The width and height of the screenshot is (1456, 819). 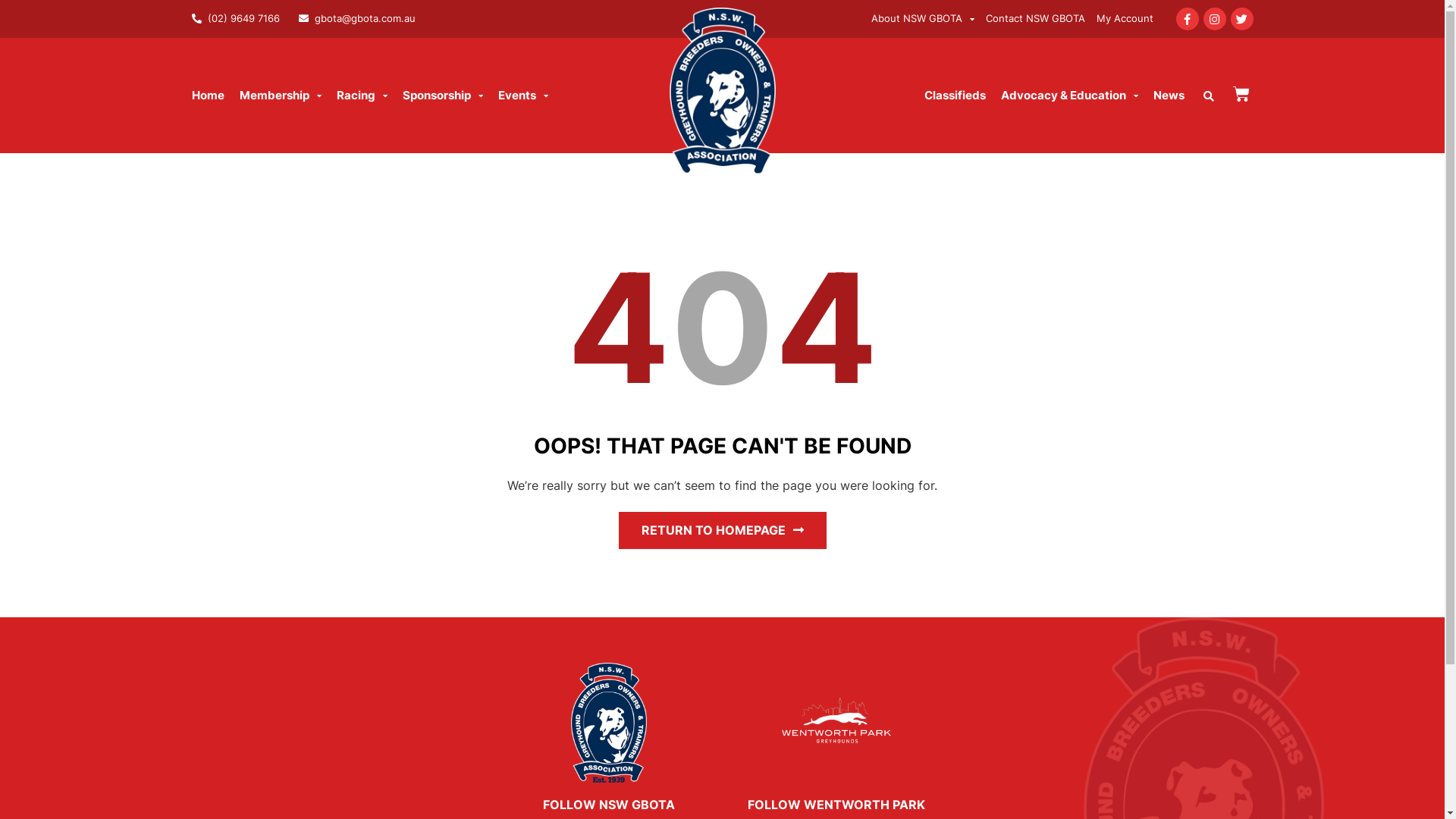 What do you see at coordinates (1068, 96) in the screenshot?
I see `'Advocacy & Education'` at bounding box center [1068, 96].